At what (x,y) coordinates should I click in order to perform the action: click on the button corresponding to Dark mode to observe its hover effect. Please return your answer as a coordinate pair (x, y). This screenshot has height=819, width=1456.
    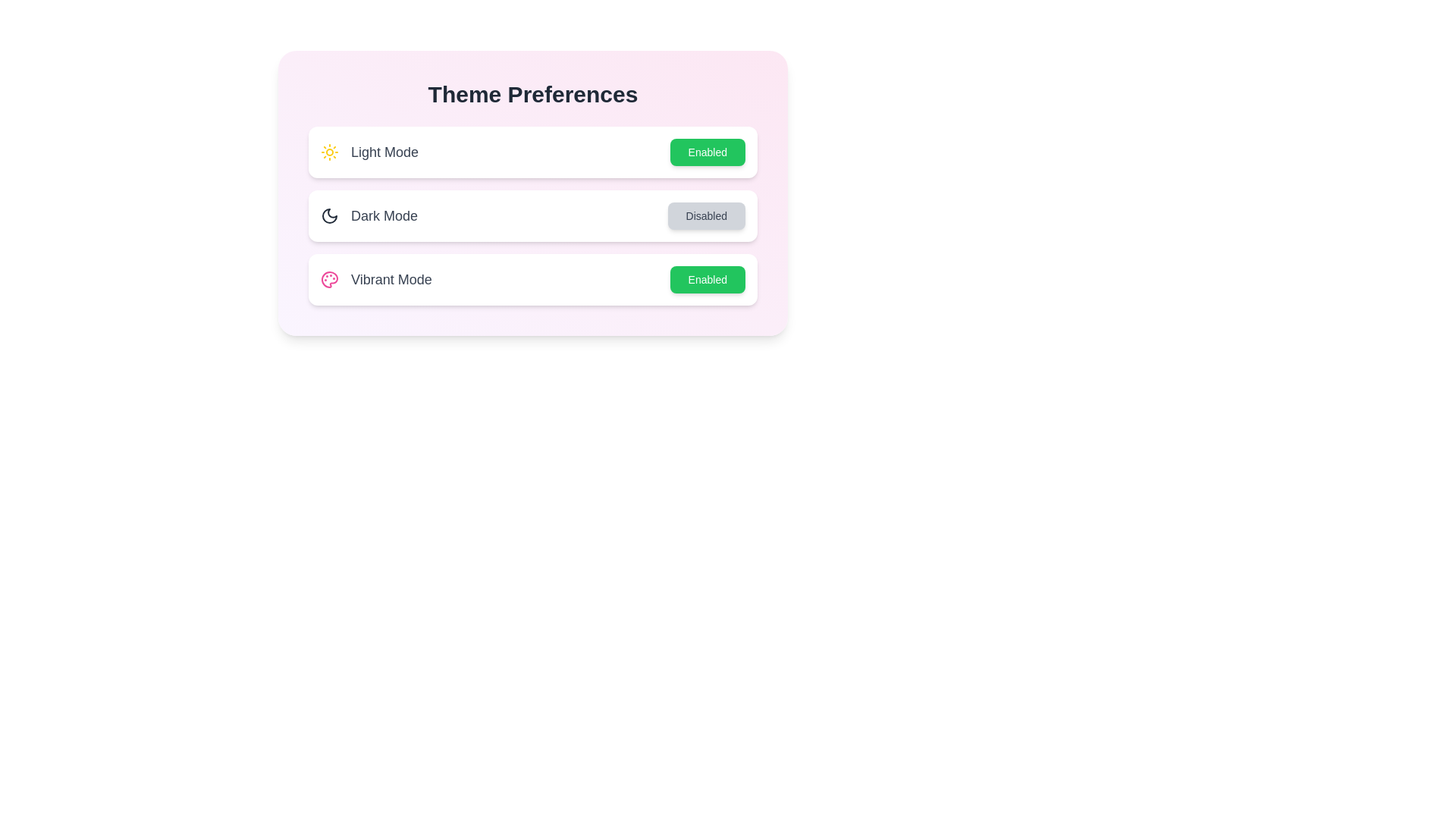
    Looking at the image, I should click on (705, 216).